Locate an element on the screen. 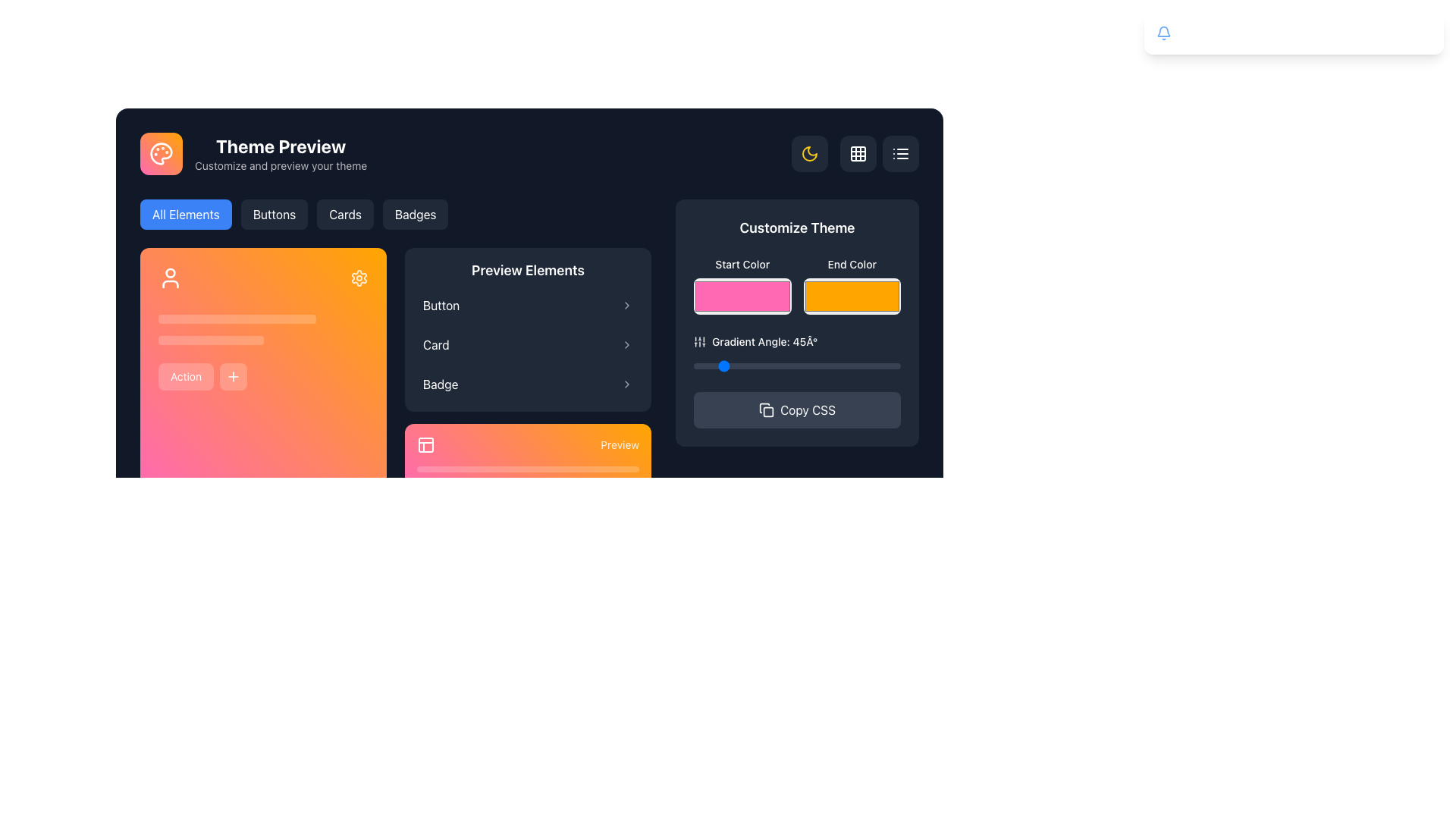  the 'Badges' button, which is the fourth item in the horizontal menu bar with a dark gray background that changes to light gray on hover is located at coordinates (416, 214).